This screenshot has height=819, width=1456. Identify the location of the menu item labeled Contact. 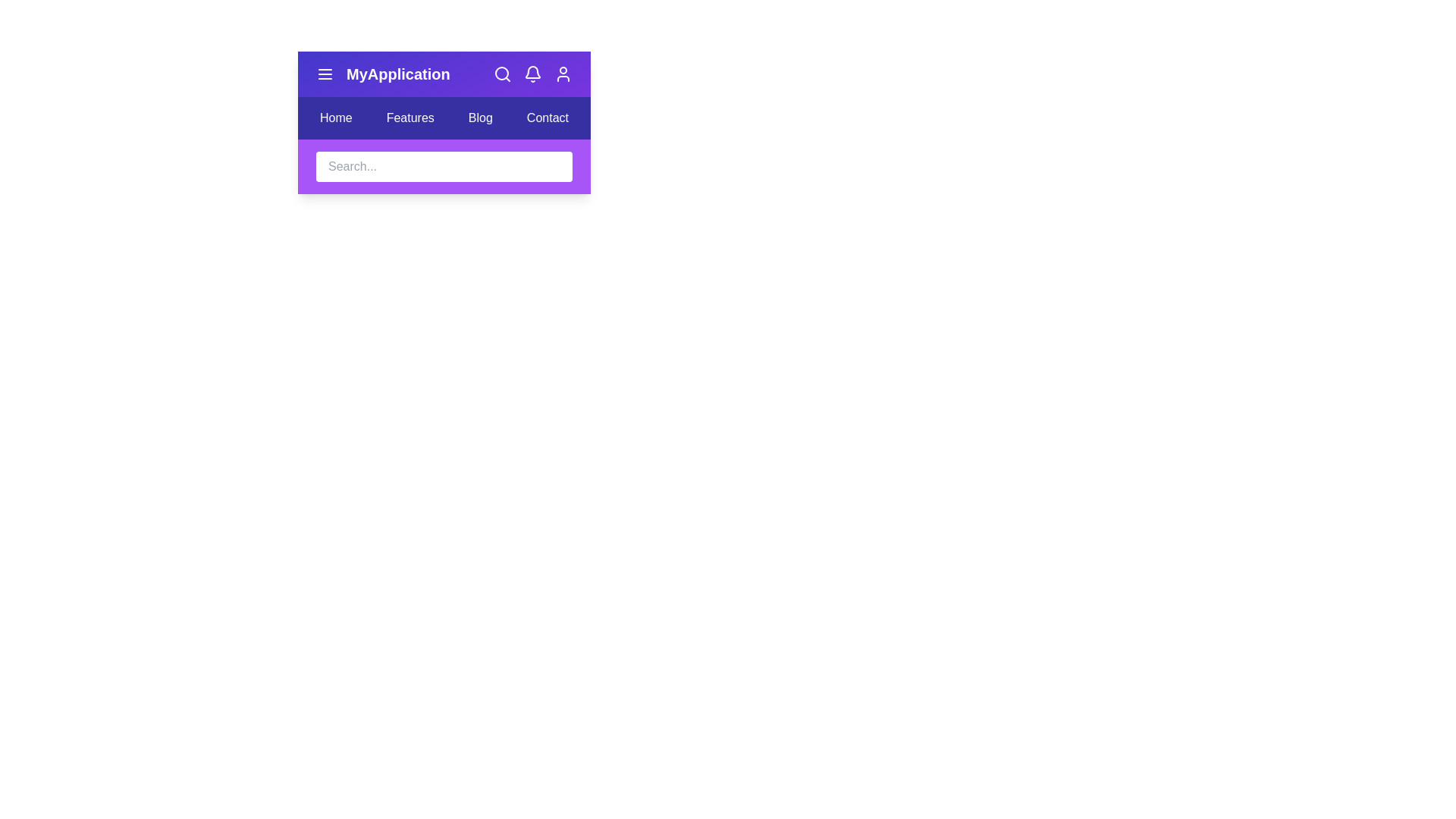
(546, 117).